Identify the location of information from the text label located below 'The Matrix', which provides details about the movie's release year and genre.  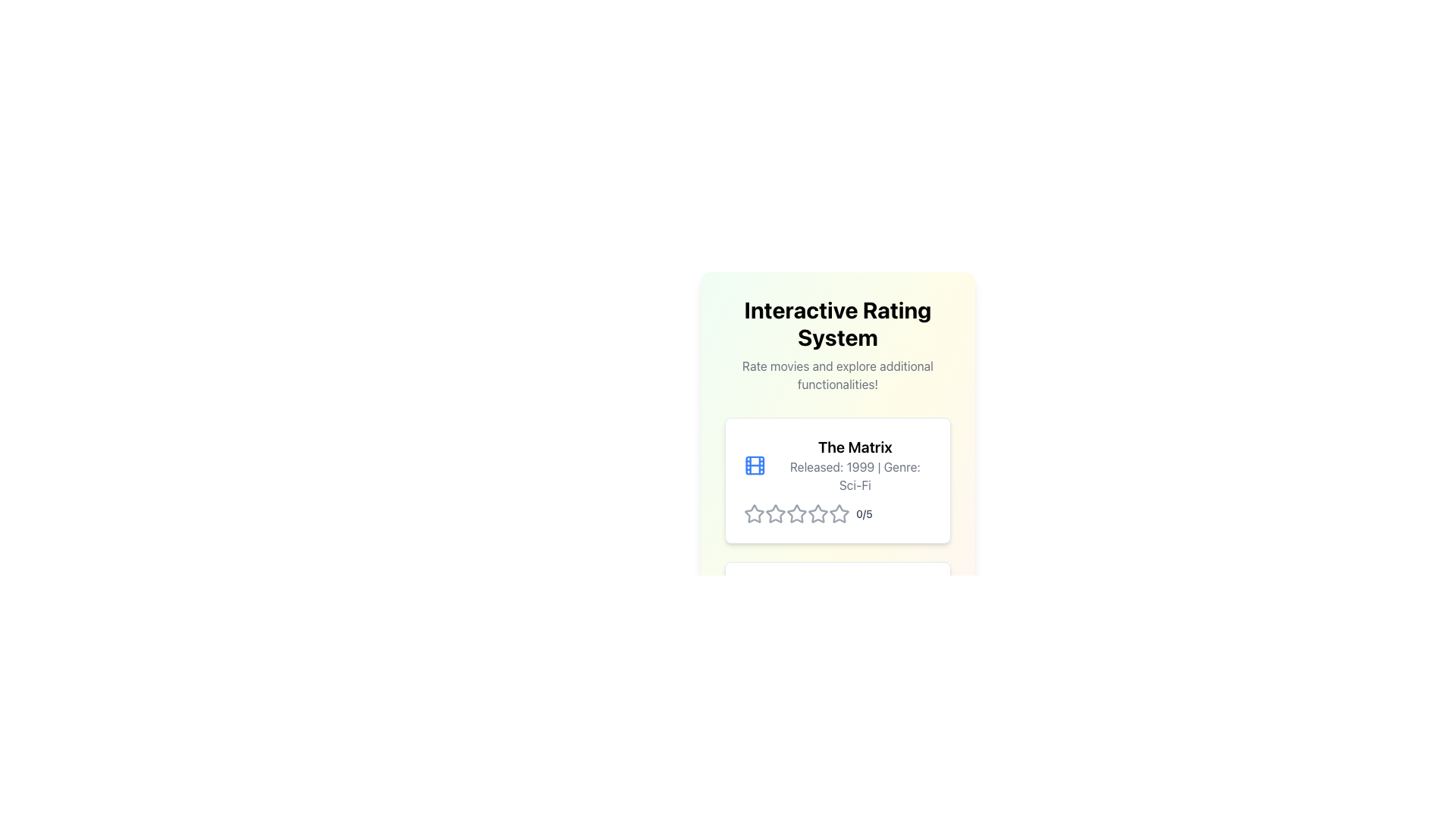
(855, 475).